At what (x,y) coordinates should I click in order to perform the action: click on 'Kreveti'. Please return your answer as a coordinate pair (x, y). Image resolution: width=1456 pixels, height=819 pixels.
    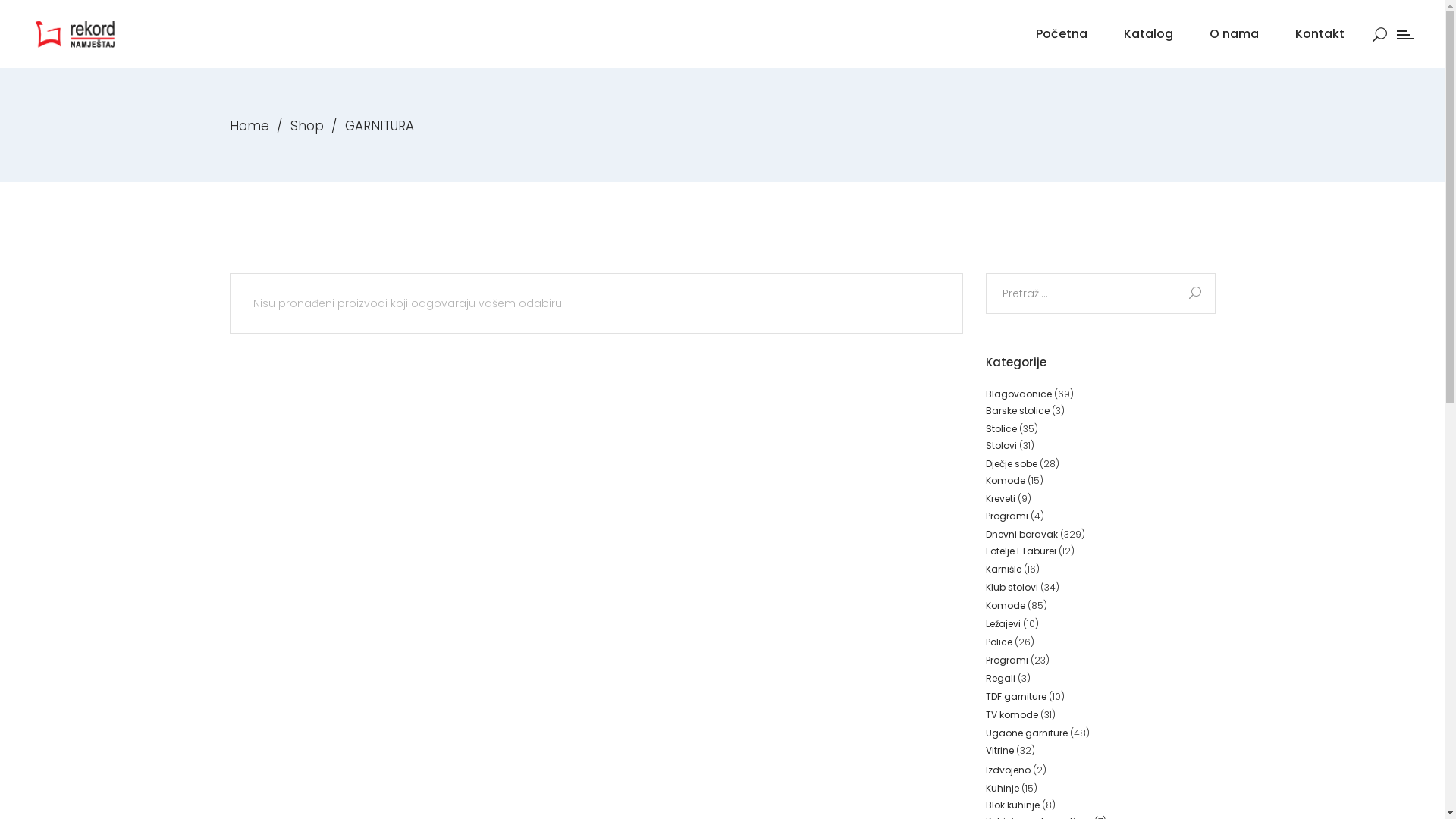
    Looking at the image, I should click on (1000, 498).